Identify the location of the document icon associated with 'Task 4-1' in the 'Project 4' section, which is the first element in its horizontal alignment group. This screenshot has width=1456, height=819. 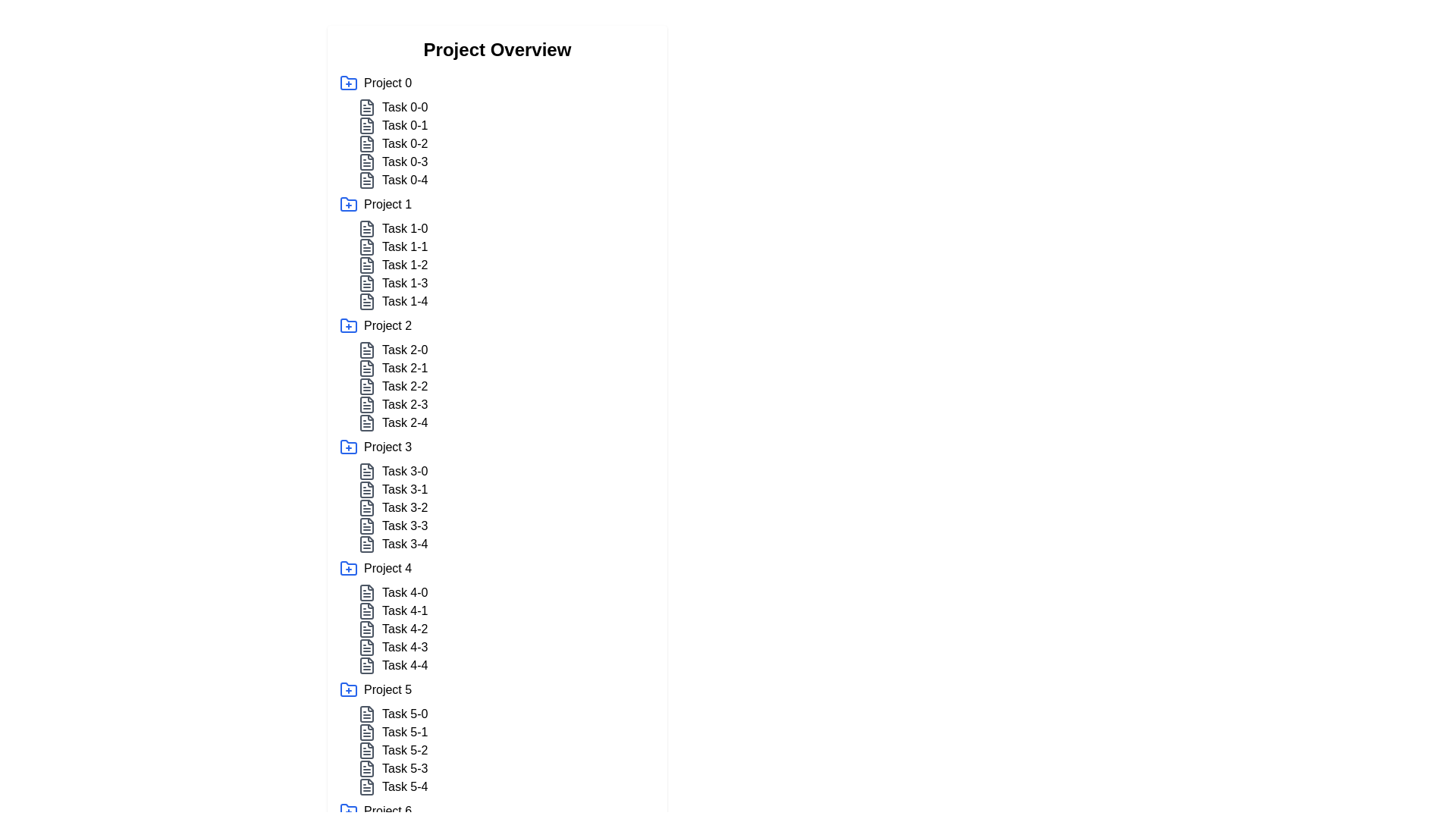
(367, 610).